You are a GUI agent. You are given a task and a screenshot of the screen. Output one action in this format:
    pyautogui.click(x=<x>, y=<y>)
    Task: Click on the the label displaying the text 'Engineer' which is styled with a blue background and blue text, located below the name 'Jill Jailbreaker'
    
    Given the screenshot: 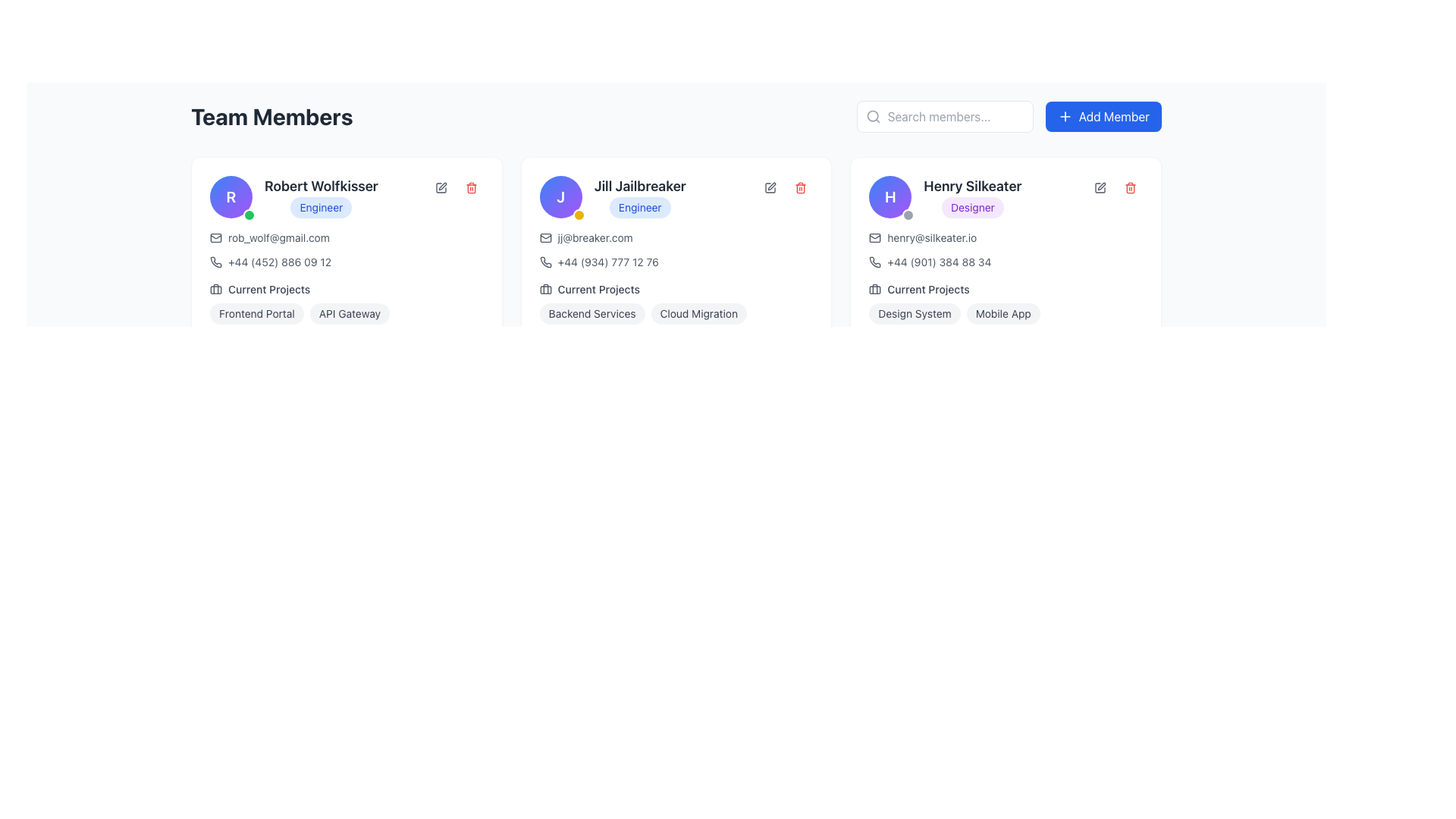 What is the action you would take?
    pyautogui.click(x=640, y=207)
    